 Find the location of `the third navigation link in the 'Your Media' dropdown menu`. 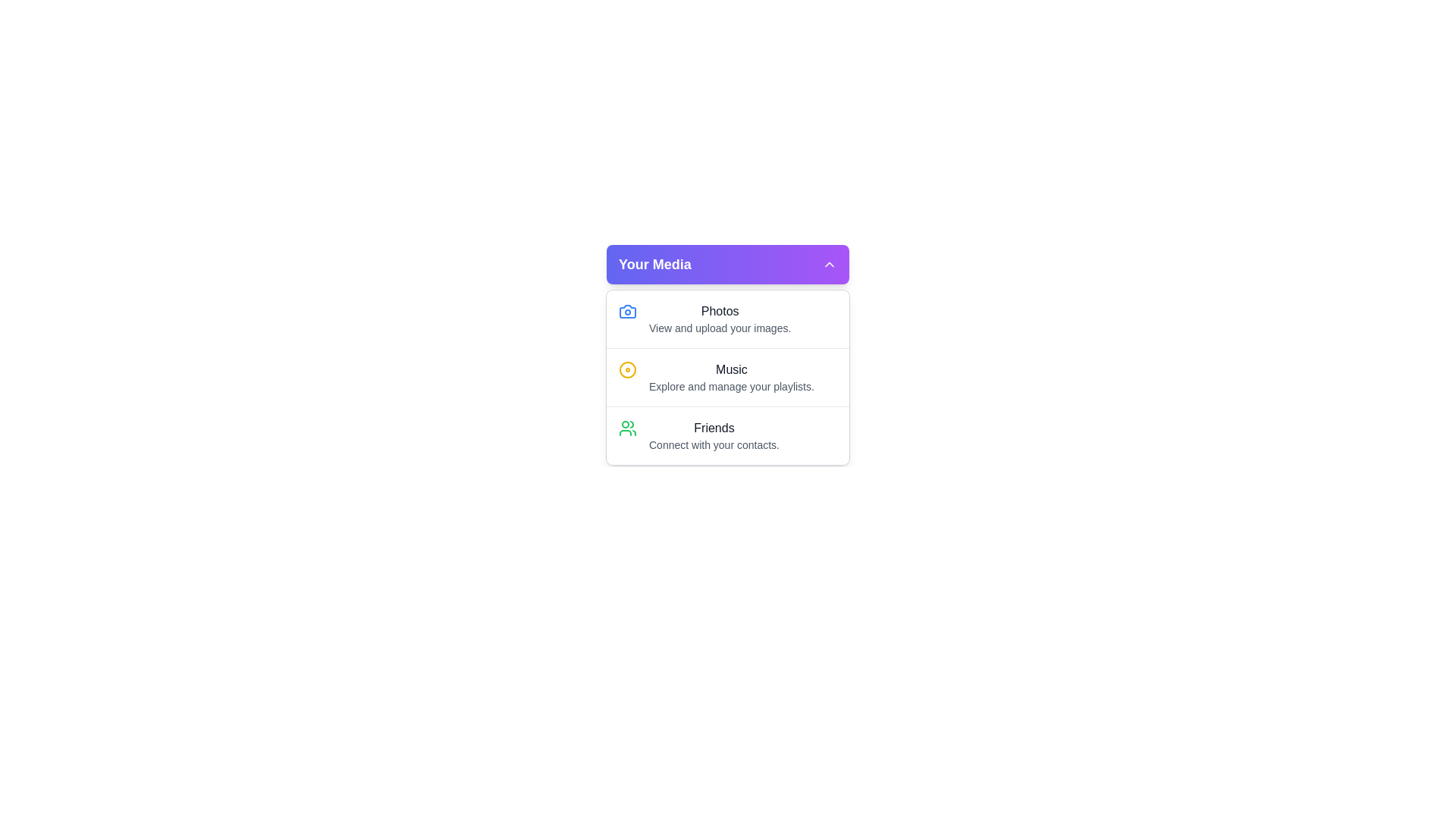

the third navigation link in the 'Your Media' dropdown menu is located at coordinates (728, 435).